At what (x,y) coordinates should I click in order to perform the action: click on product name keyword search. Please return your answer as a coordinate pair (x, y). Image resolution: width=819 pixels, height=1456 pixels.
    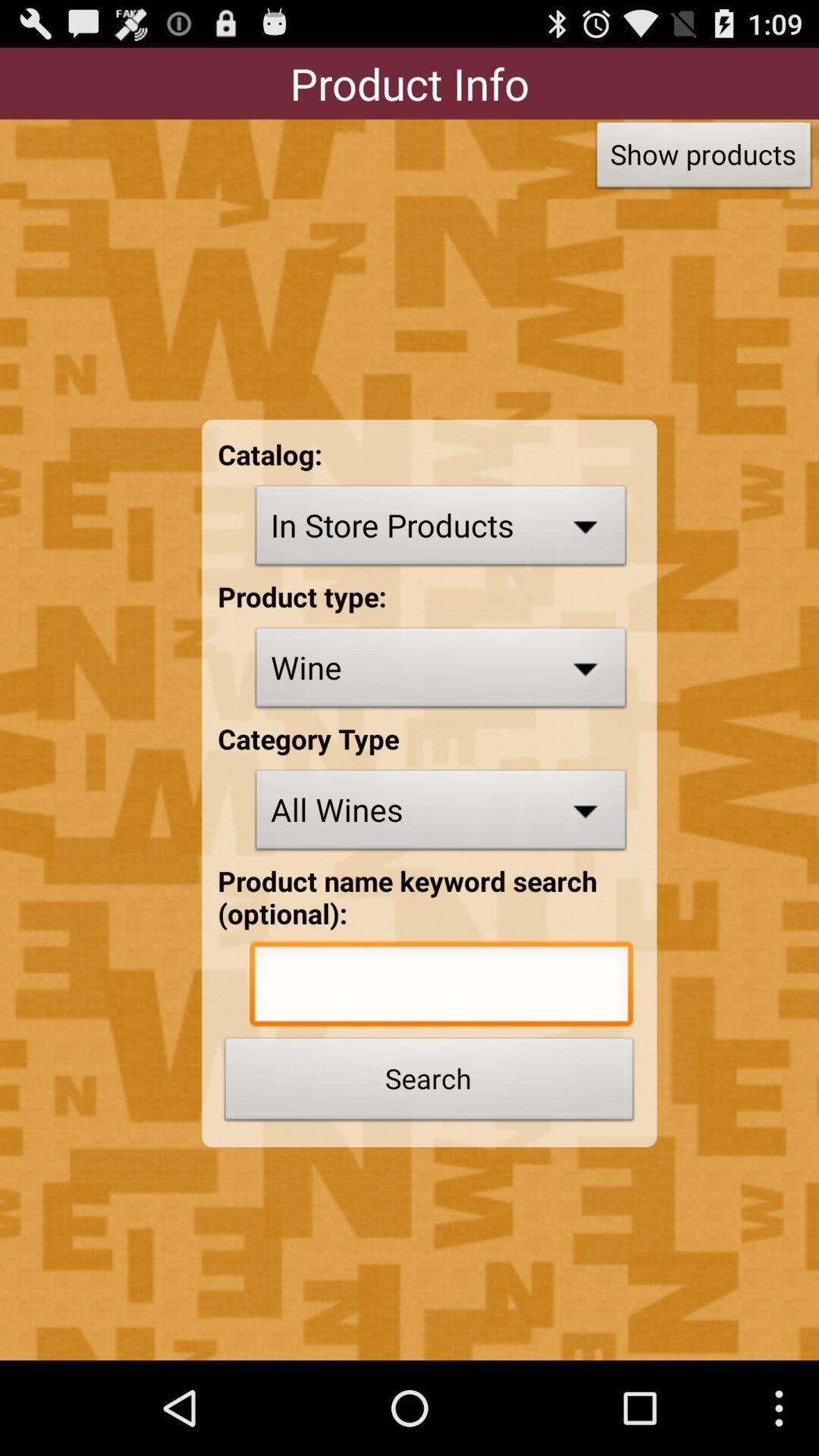
    Looking at the image, I should click on (441, 987).